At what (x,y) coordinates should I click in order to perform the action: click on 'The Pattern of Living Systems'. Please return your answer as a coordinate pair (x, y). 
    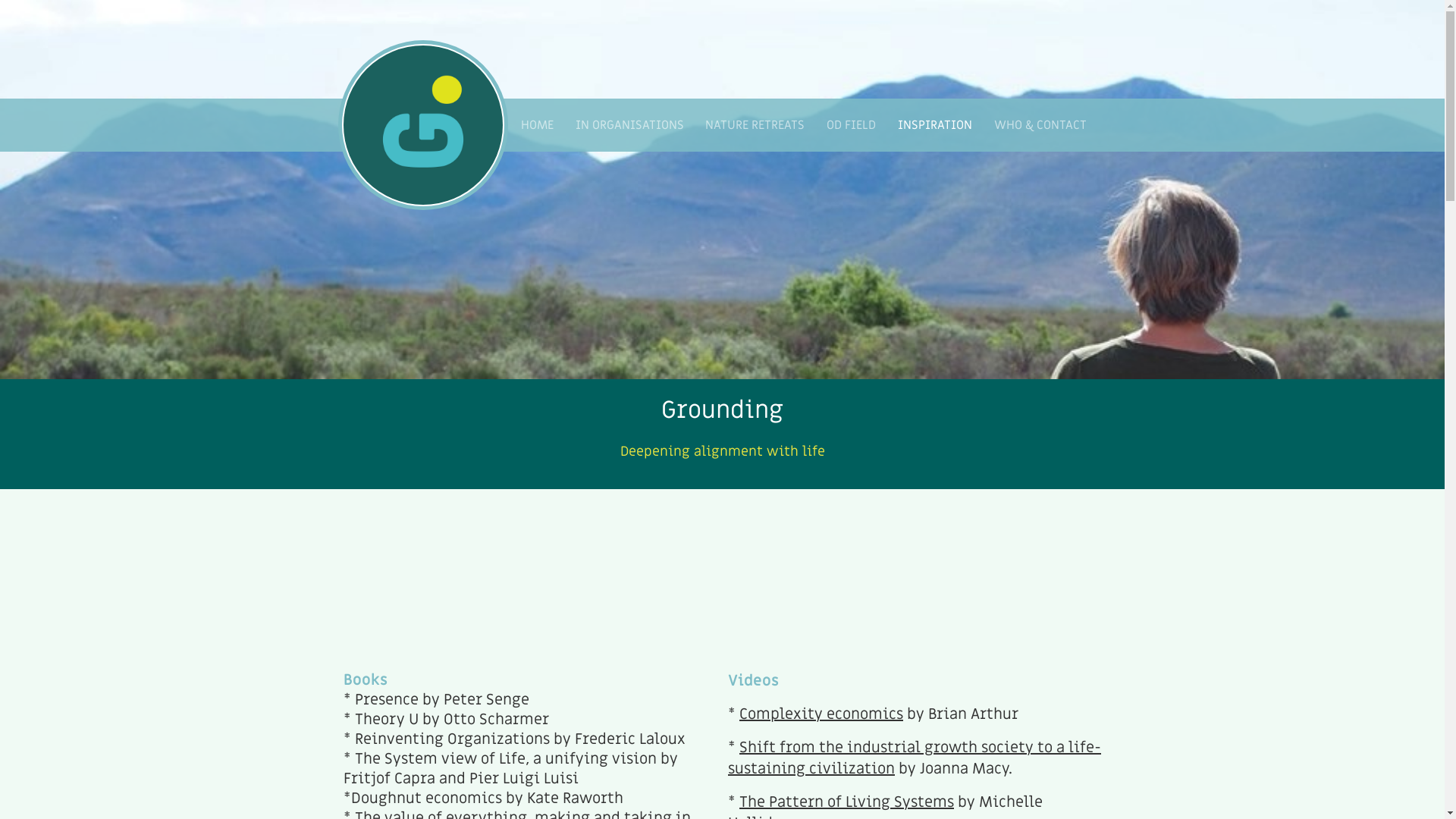
    Looking at the image, I should click on (846, 801).